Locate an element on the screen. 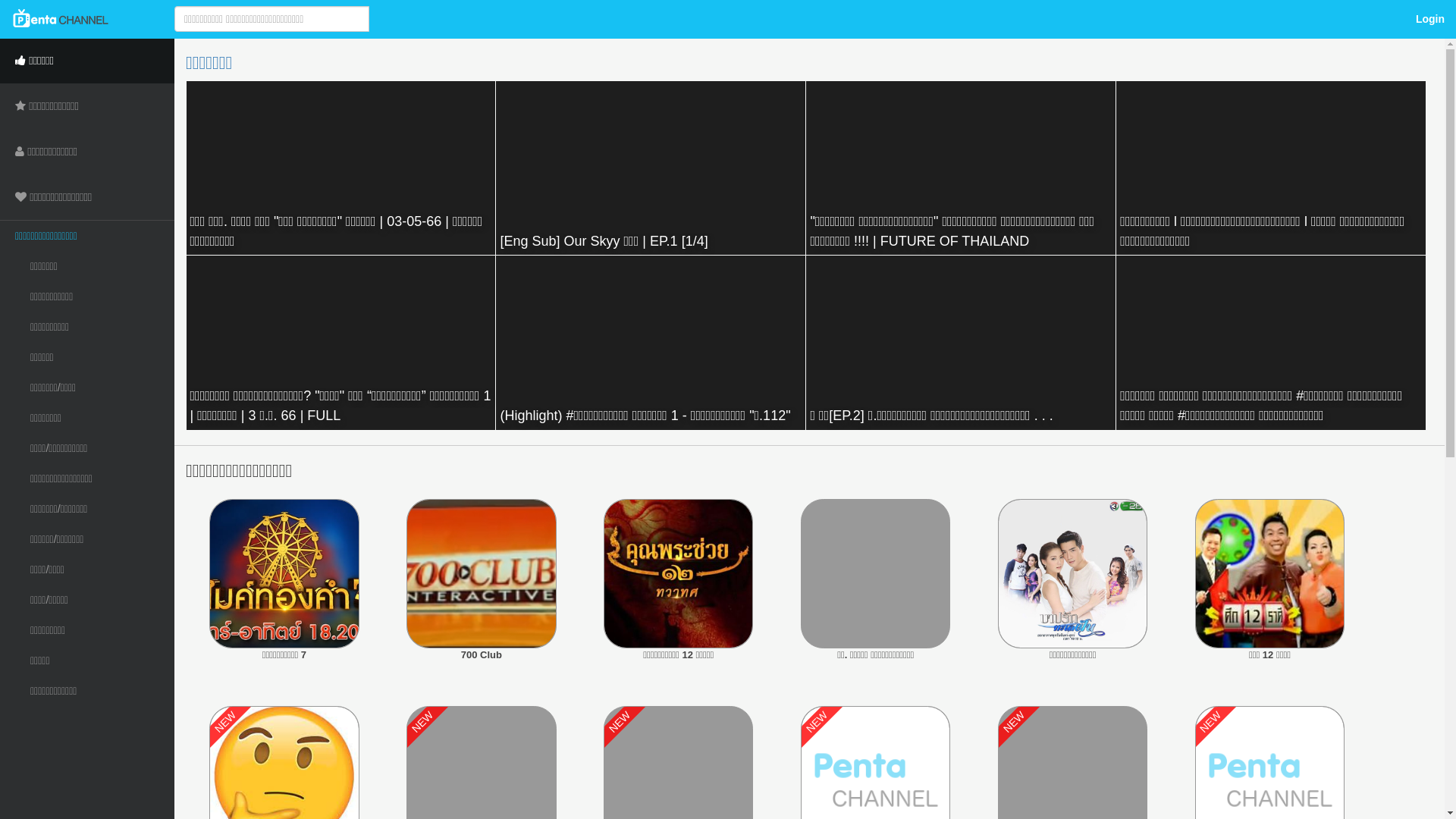  'Login' is located at coordinates (1429, 18).